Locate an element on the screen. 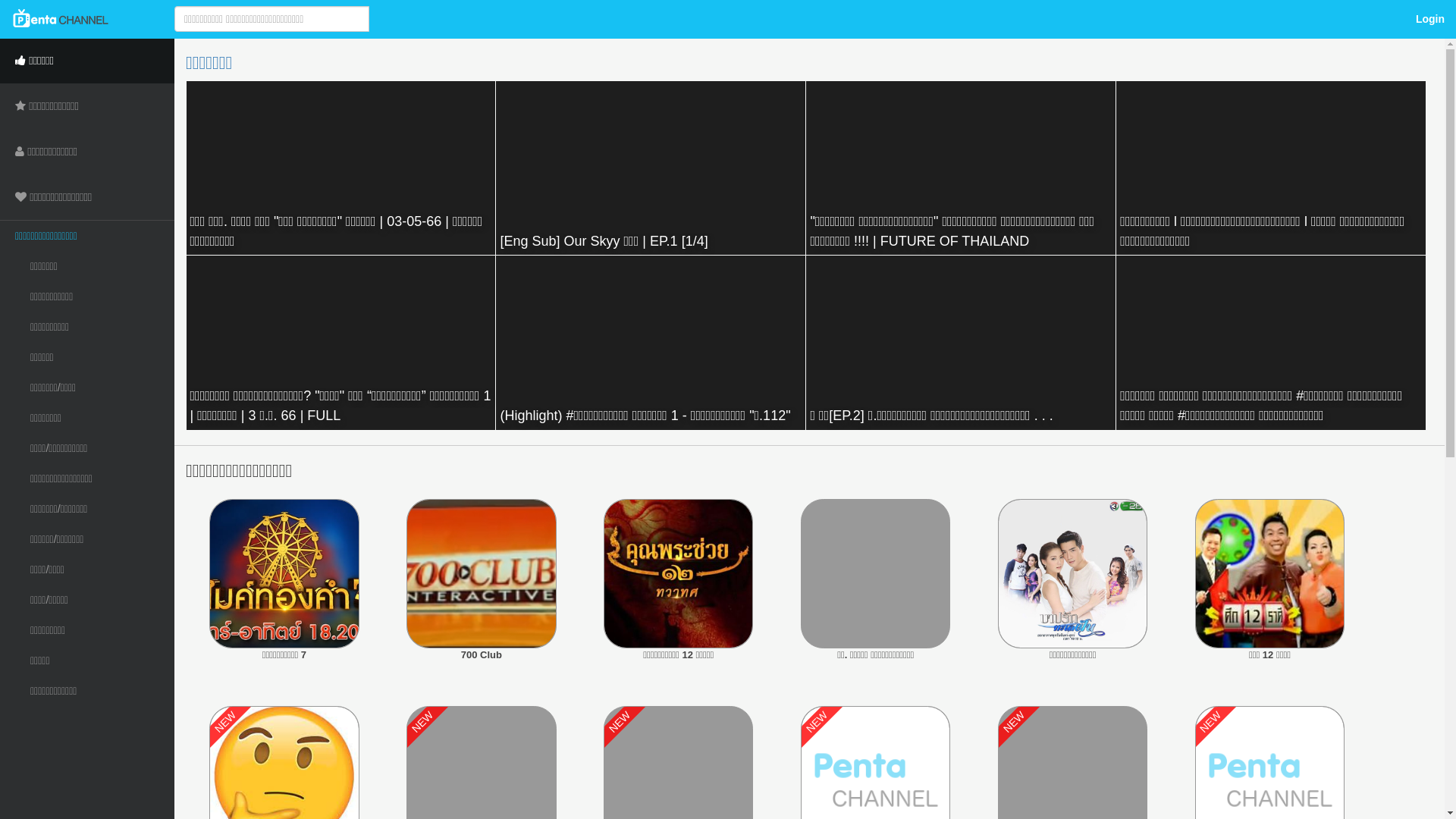  'Login' is located at coordinates (1429, 18).